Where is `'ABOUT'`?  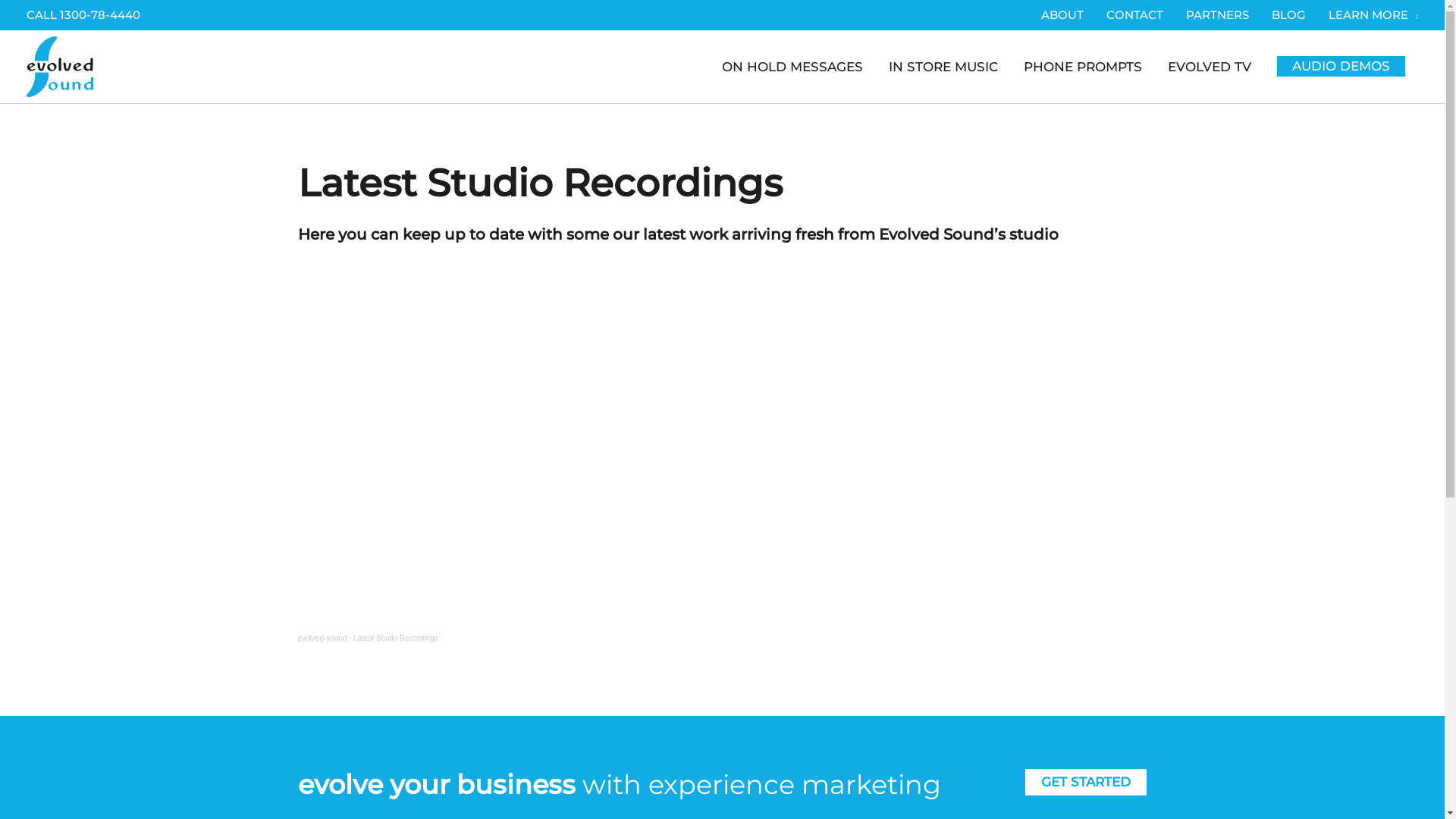 'ABOUT' is located at coordinates (1062, 14).